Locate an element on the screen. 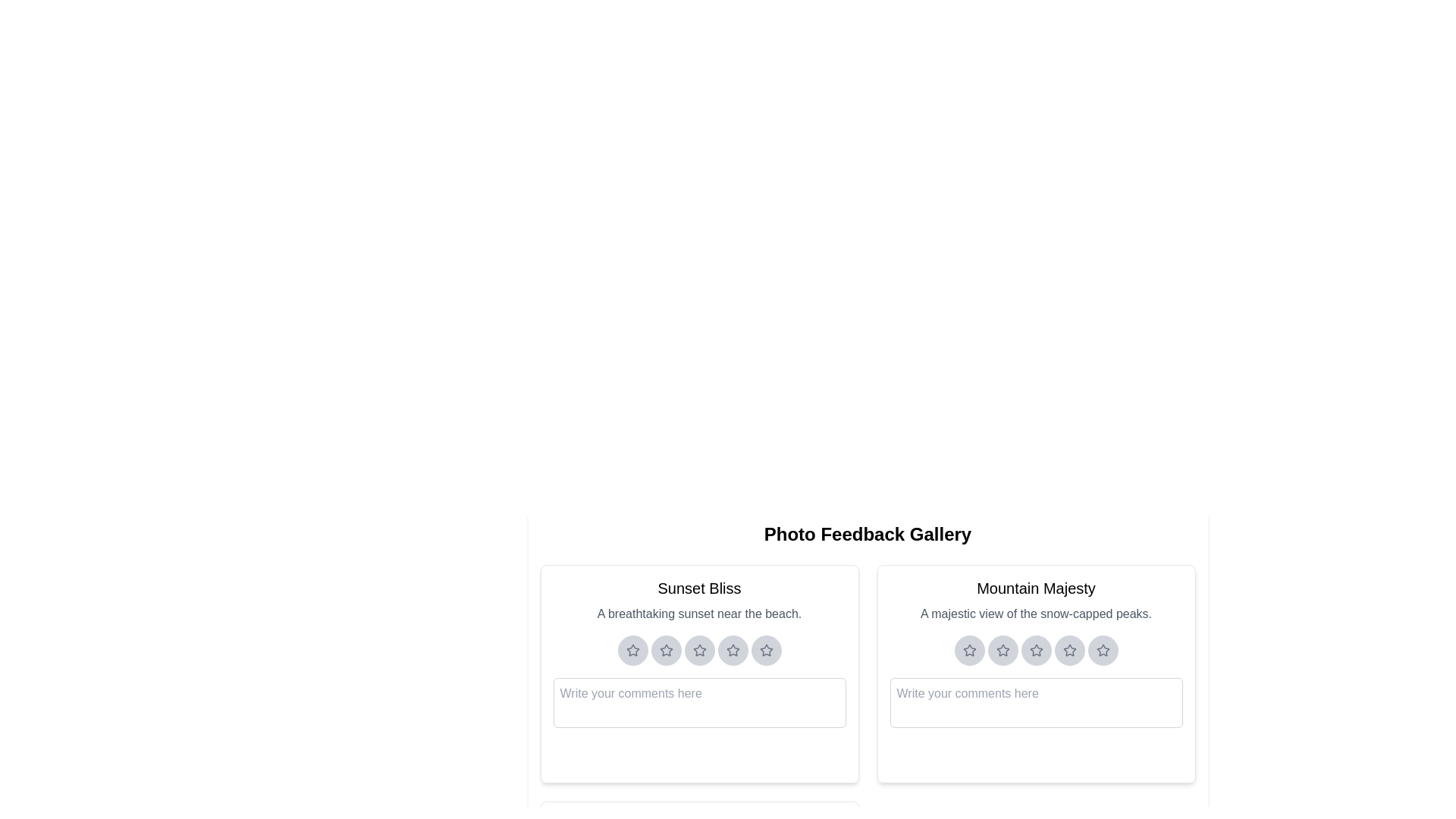 The height and width of the screenshot is (819, 1456). the second star icon in the rating section for the item 'Sunset Bliss' to assign a rating is located at coordinates (666, 649).